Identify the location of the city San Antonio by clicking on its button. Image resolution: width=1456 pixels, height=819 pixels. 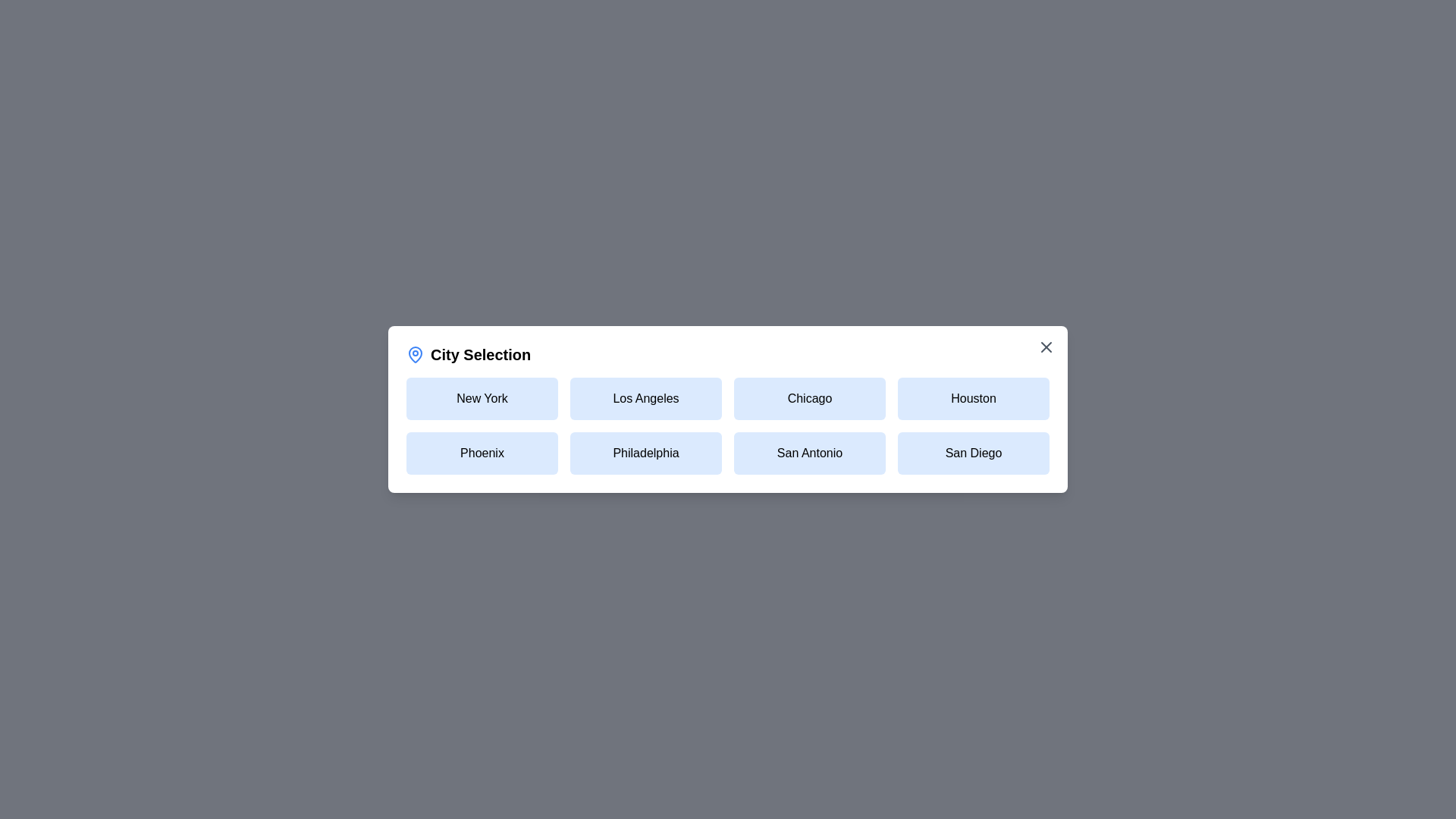
(809, 452).